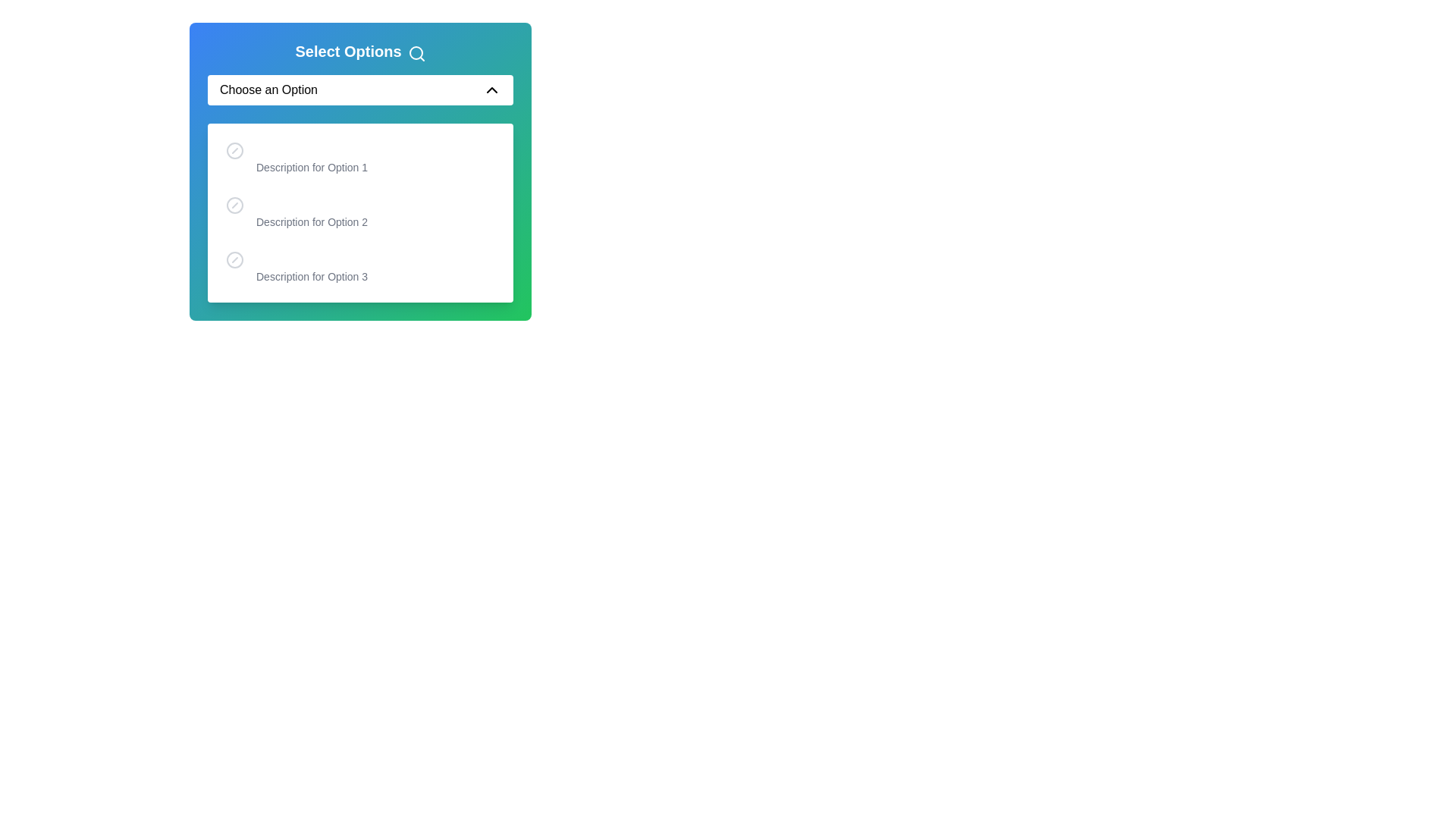 This screenshot has width=1456, height=819. Describe the element at coordinates (359, 212) in the screenshot. I see `the list item displaying 'Option 2'` at that location.